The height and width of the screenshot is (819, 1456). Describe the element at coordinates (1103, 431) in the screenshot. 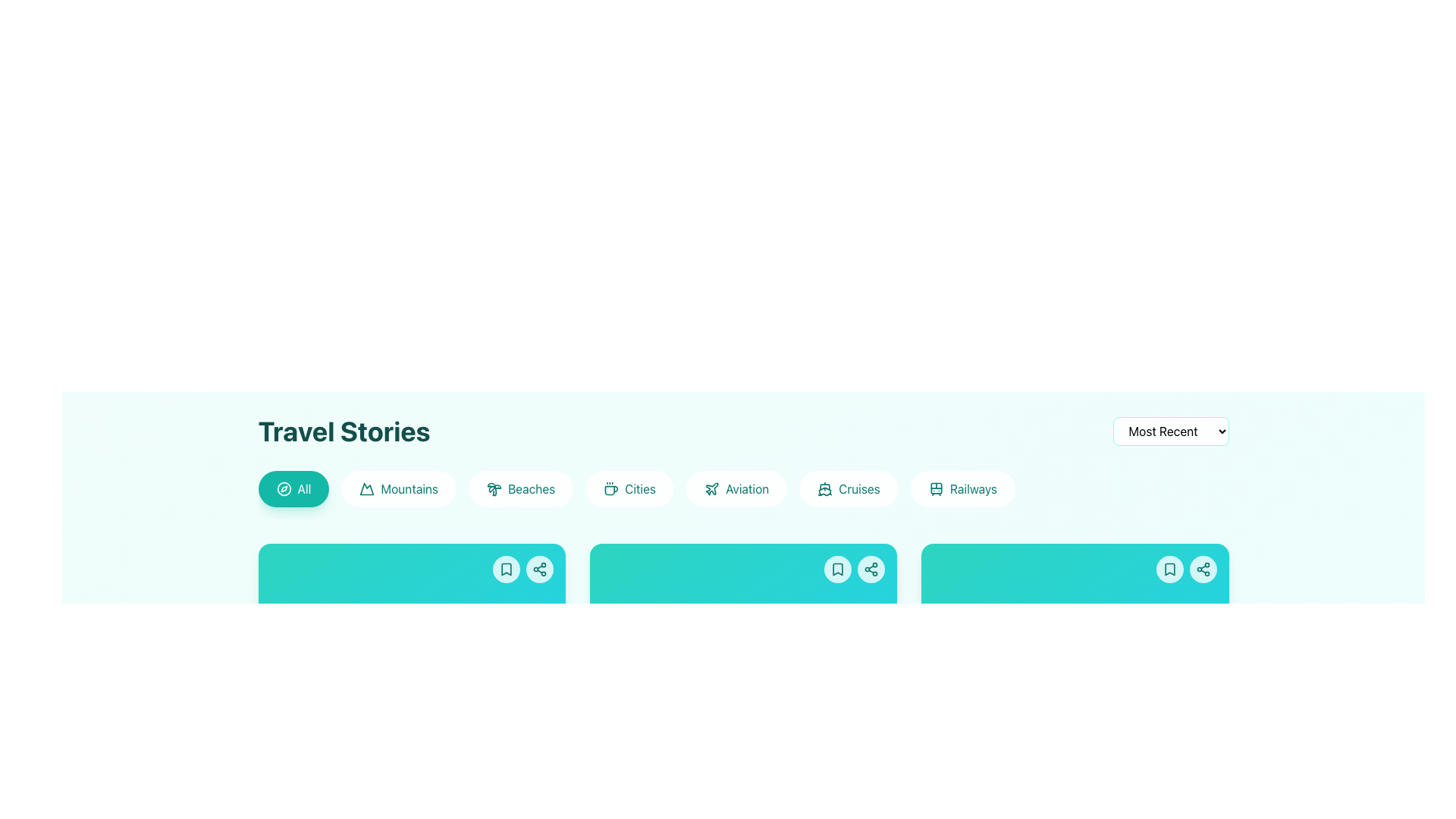

I see `the appearance of the Share Icon located to the left of the 'Share Comparison' label, which serves as a representation for sharing functionality` at that location.